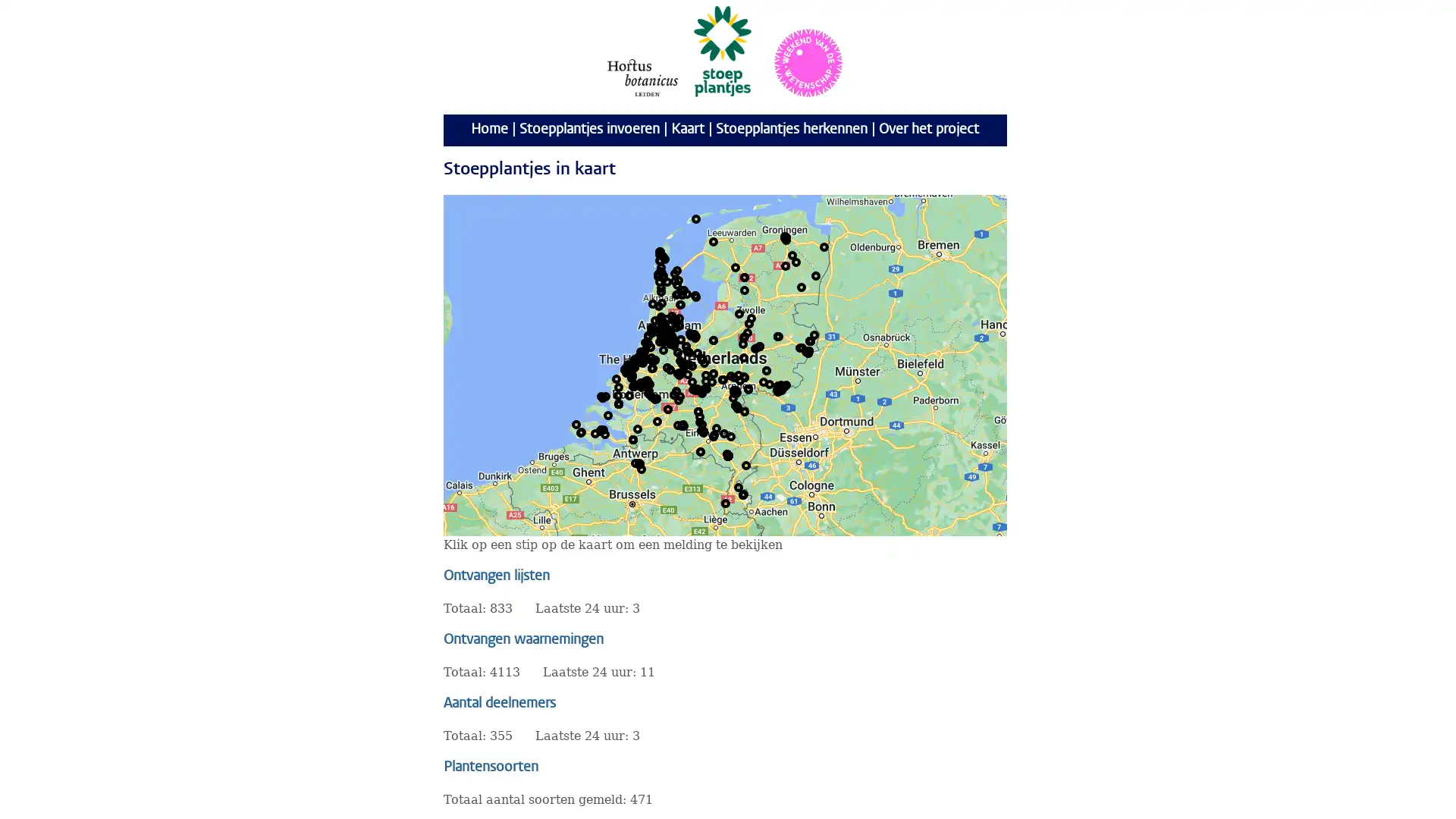 This screenshot has width=1456, height=819. What do you see at coordinates (679, 338) in the screenshot?
I see `Telling van Dorothea op 14 maart 2022` at bounding box center [679, 338].